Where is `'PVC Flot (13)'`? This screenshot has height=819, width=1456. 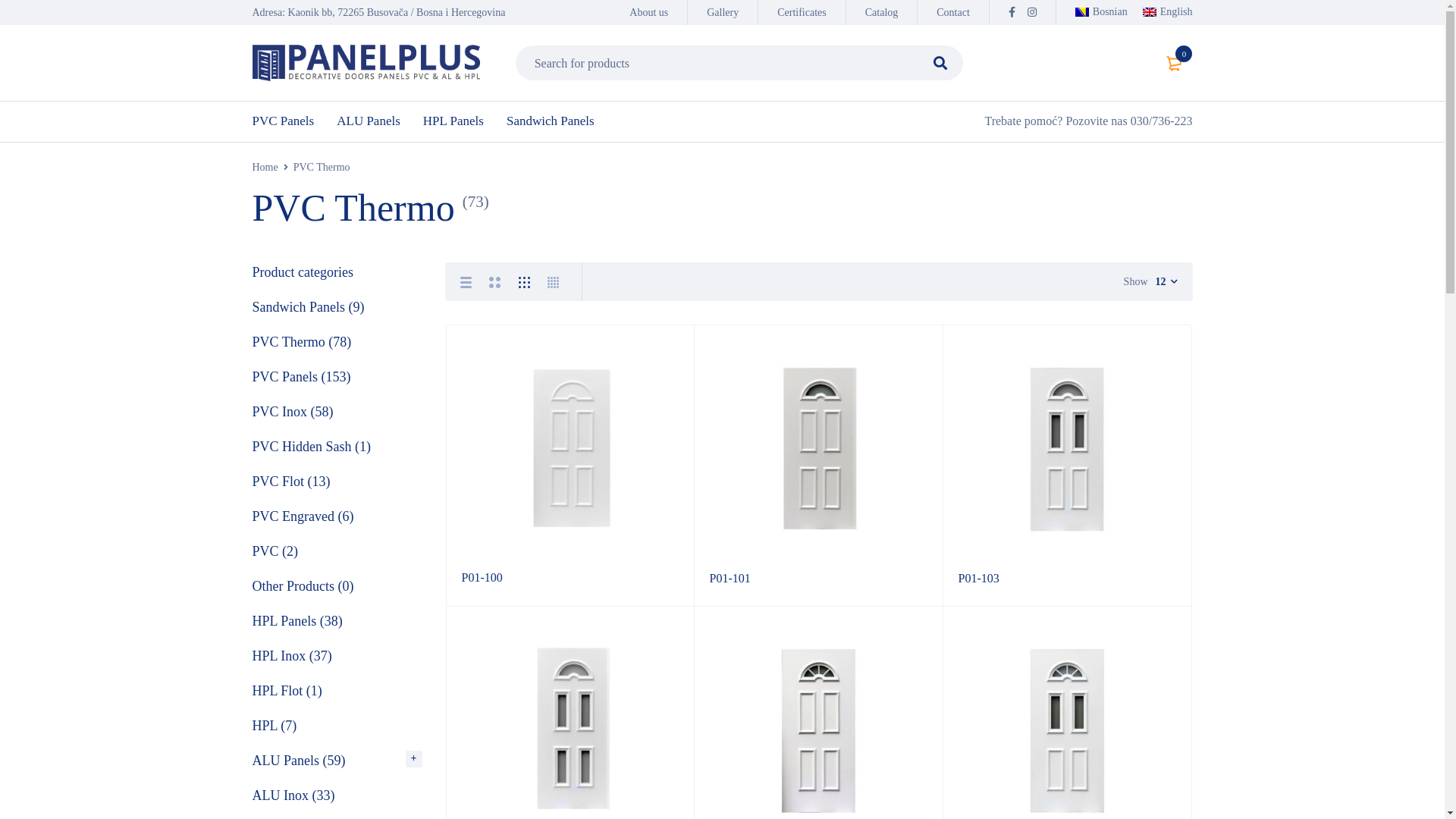 'PVC Flot (13)' is located at coordinates (292, 482).